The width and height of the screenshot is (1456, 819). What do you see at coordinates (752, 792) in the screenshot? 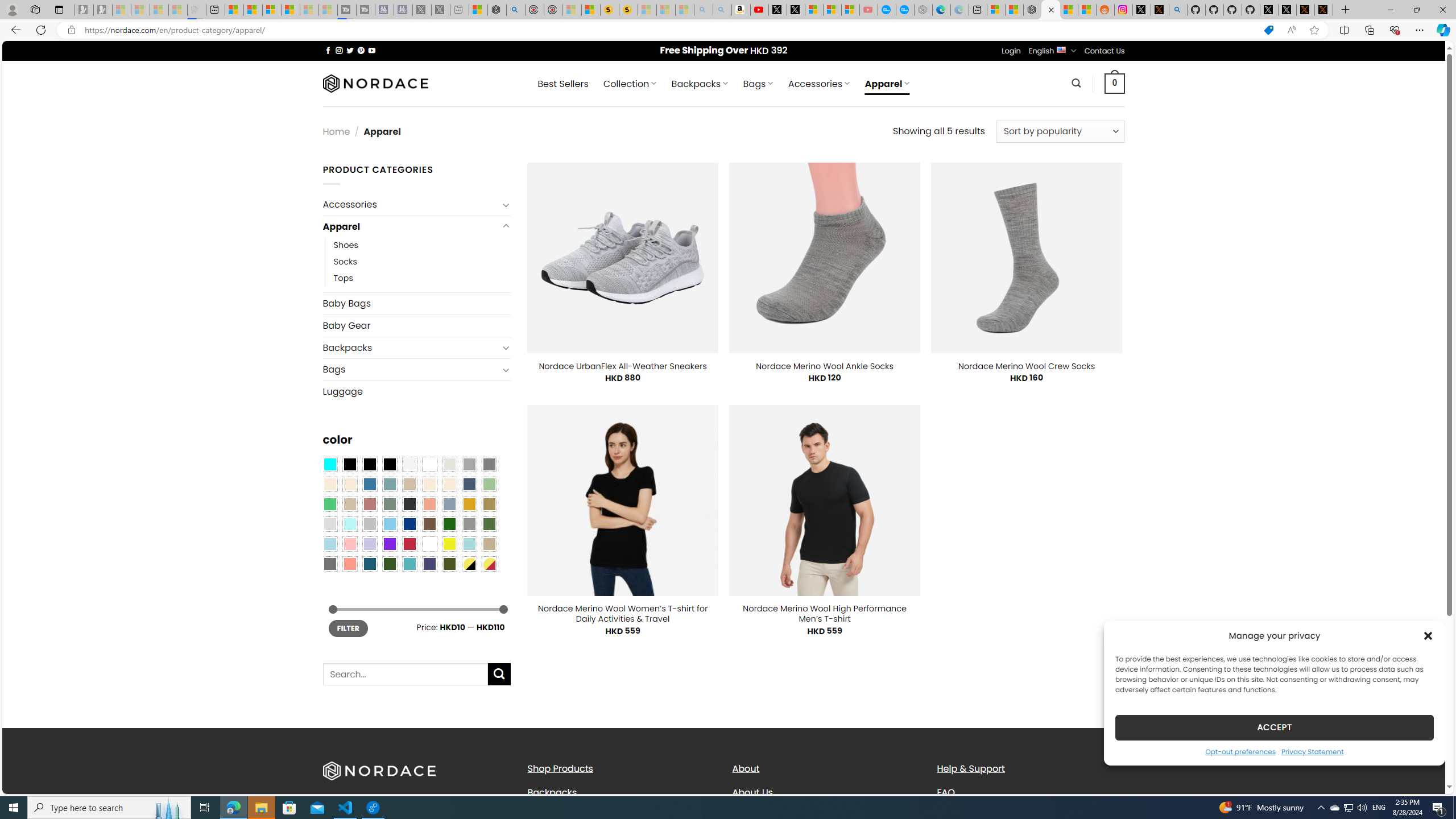
I see `'About Us'` at bounding box center [752, 792].